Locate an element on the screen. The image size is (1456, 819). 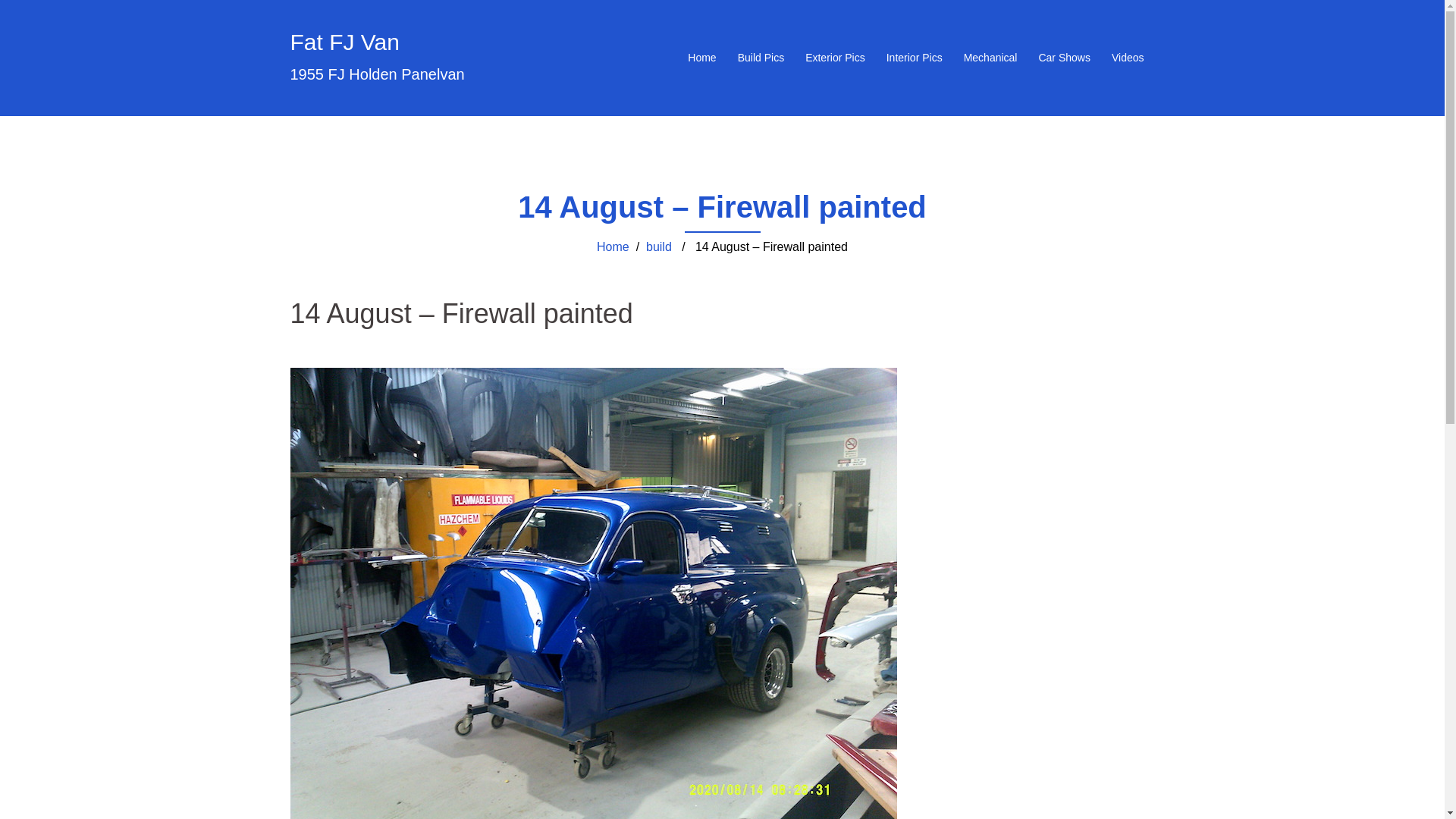
'Videos' is located at coordinates (1128, 57).